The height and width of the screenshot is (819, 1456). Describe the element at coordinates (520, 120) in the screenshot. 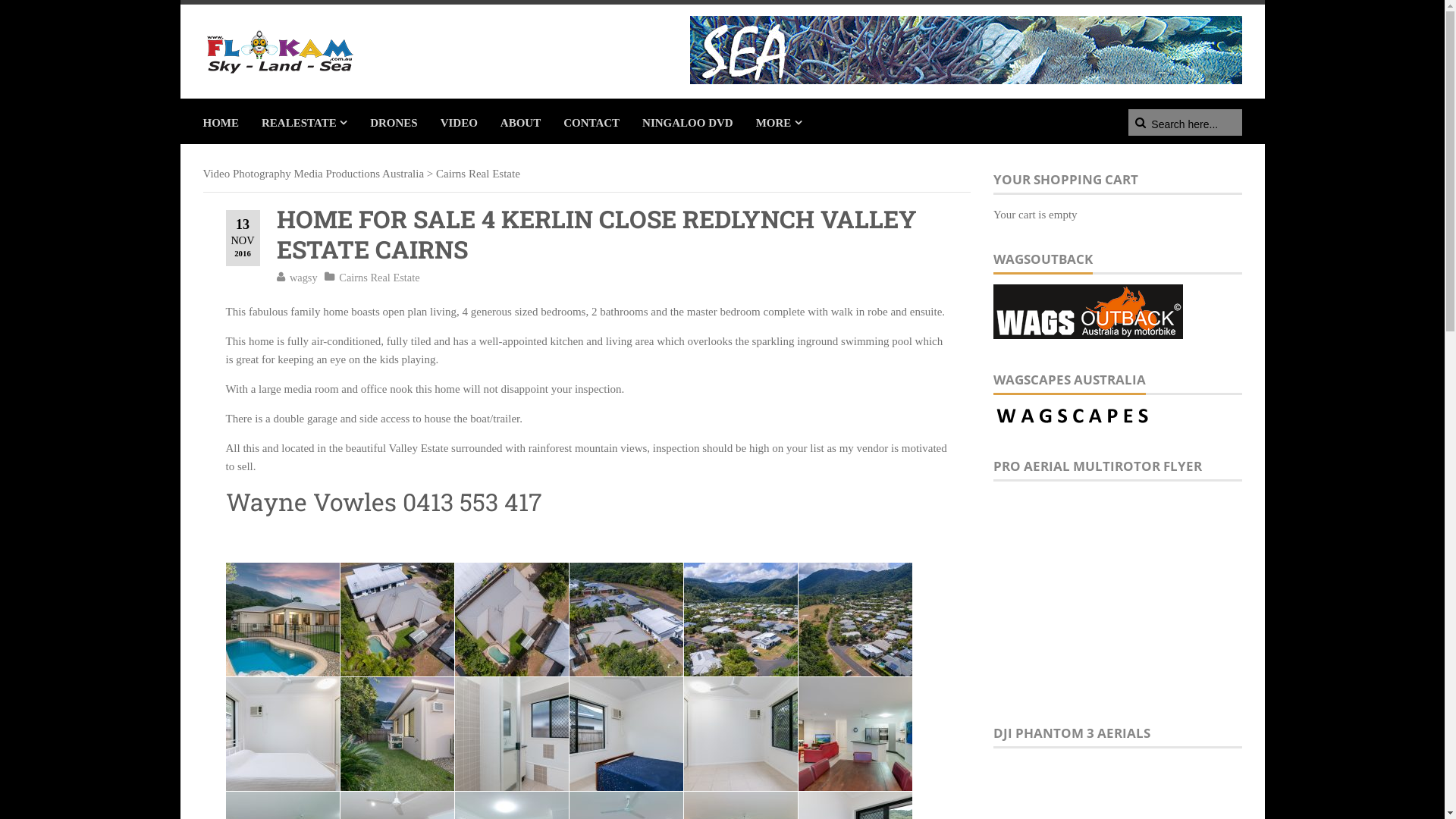

I see `'ABOUT'` at that location.